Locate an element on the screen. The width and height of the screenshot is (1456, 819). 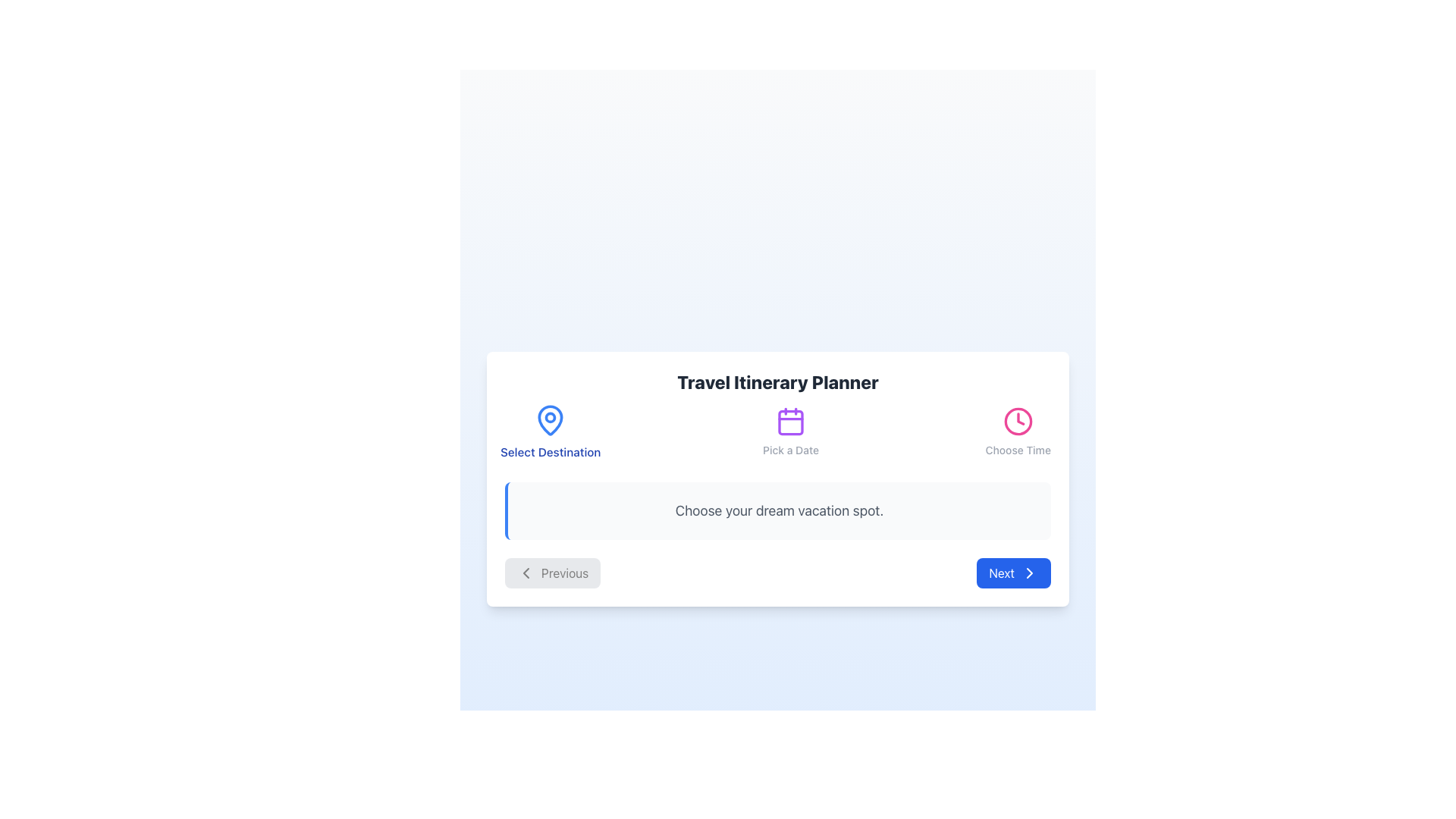
the decorative calendar icon located in the header section under 'Travel Itinerary Planner' and above 'Pick a Date' is located at coordinates (790, 421).